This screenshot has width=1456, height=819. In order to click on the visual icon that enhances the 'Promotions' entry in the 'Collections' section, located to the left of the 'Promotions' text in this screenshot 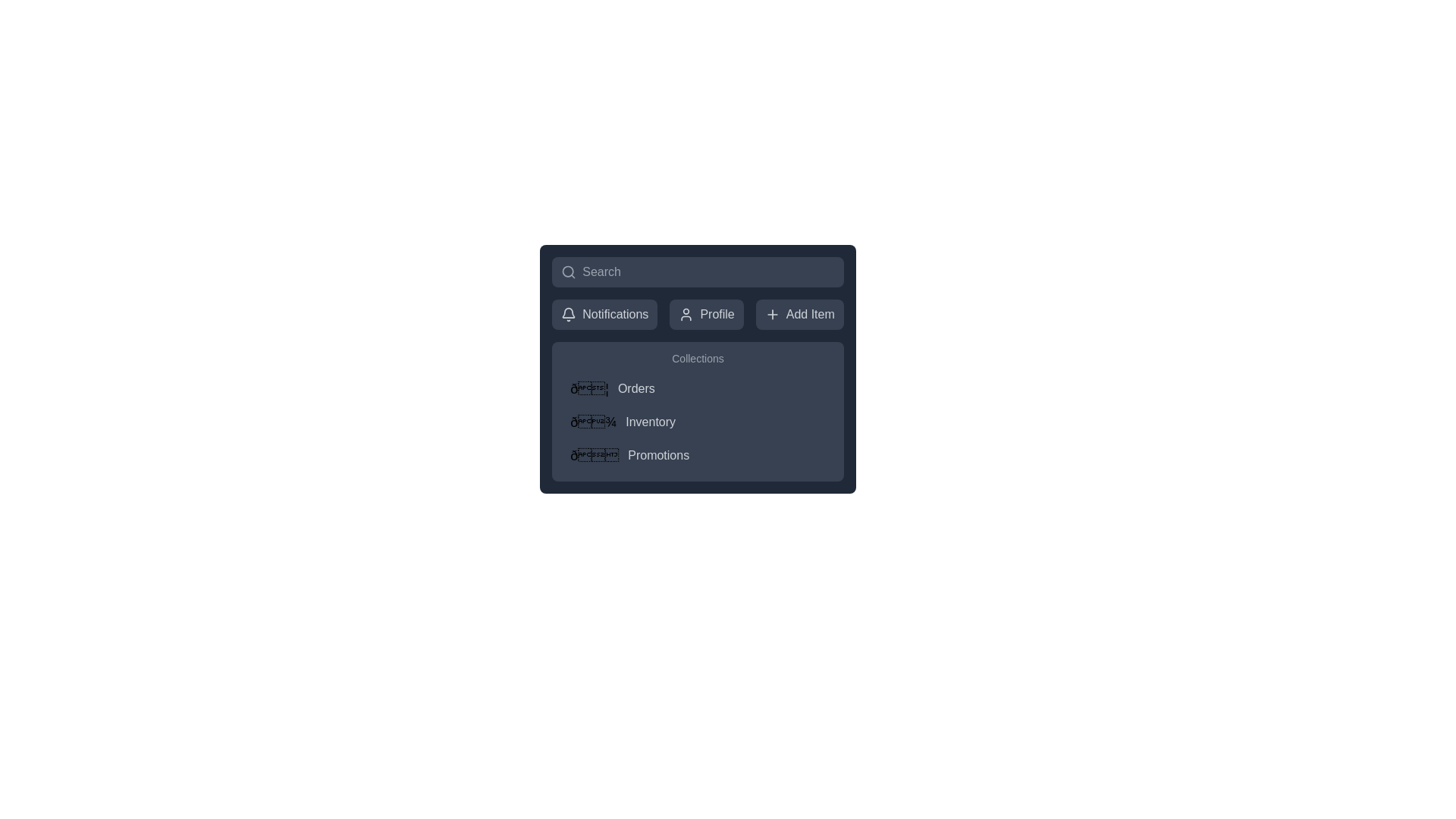, I will do `click(594, 455)`.